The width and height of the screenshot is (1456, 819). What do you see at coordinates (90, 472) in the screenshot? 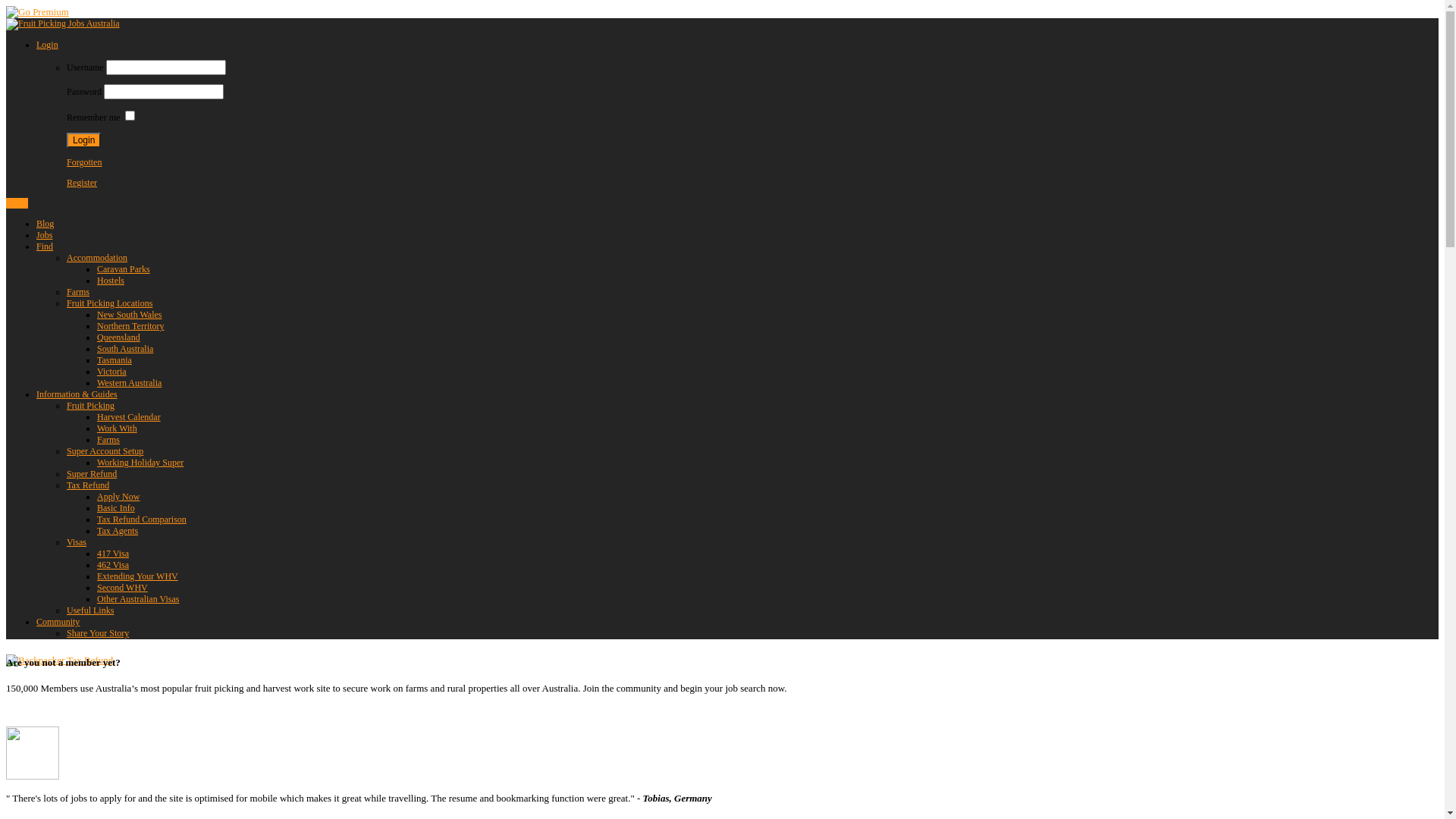
I see `'Super Refund'` at bounding box center [90, 472].